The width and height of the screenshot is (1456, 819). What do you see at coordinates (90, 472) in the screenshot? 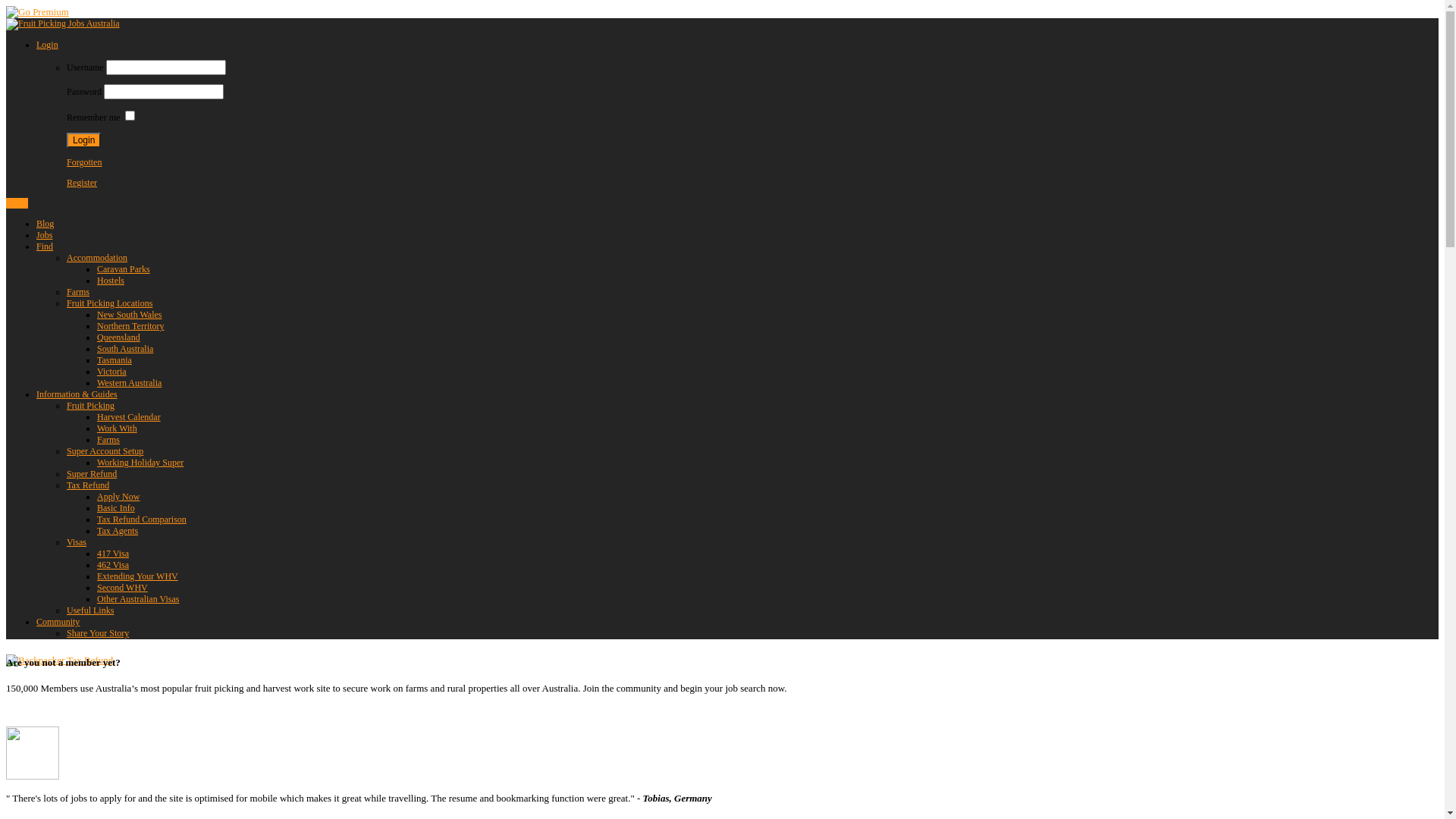
I see `'Super Refund'` at bounding box center [90, 472].